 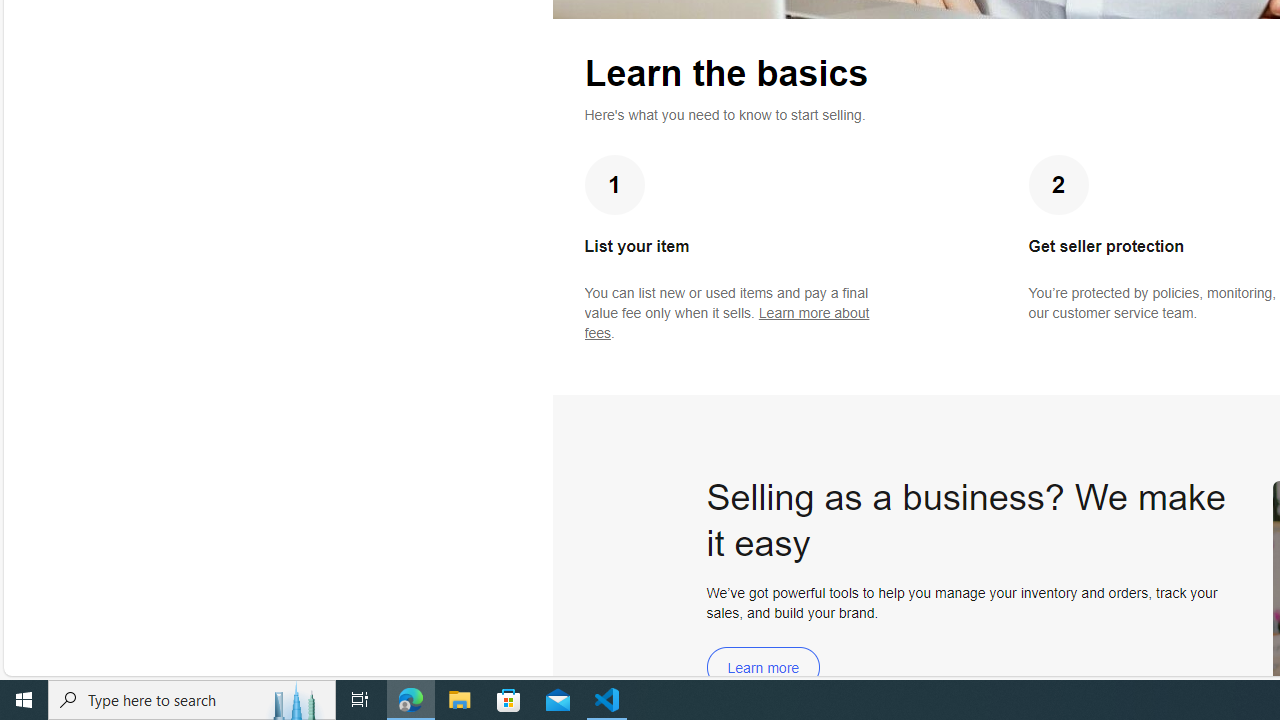 I want to click on 'Learn more about fees - opens in new window or tab.', so click(x=726, y=322).